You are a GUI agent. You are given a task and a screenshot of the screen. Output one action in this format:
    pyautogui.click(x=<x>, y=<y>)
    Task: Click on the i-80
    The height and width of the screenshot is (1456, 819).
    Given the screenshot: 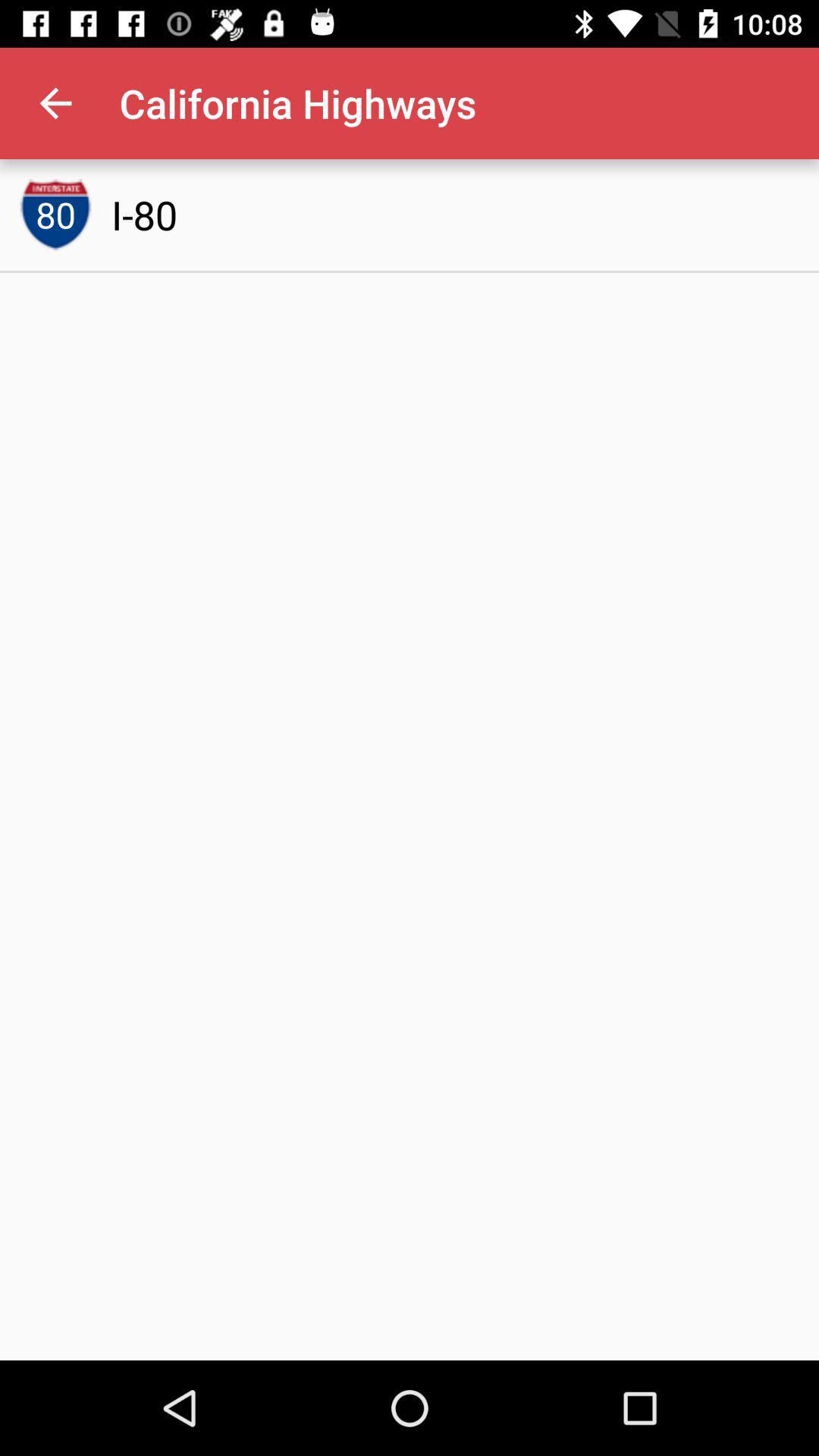 What is the action you would take?
    pyautogui.click(x=144, y=214)
    